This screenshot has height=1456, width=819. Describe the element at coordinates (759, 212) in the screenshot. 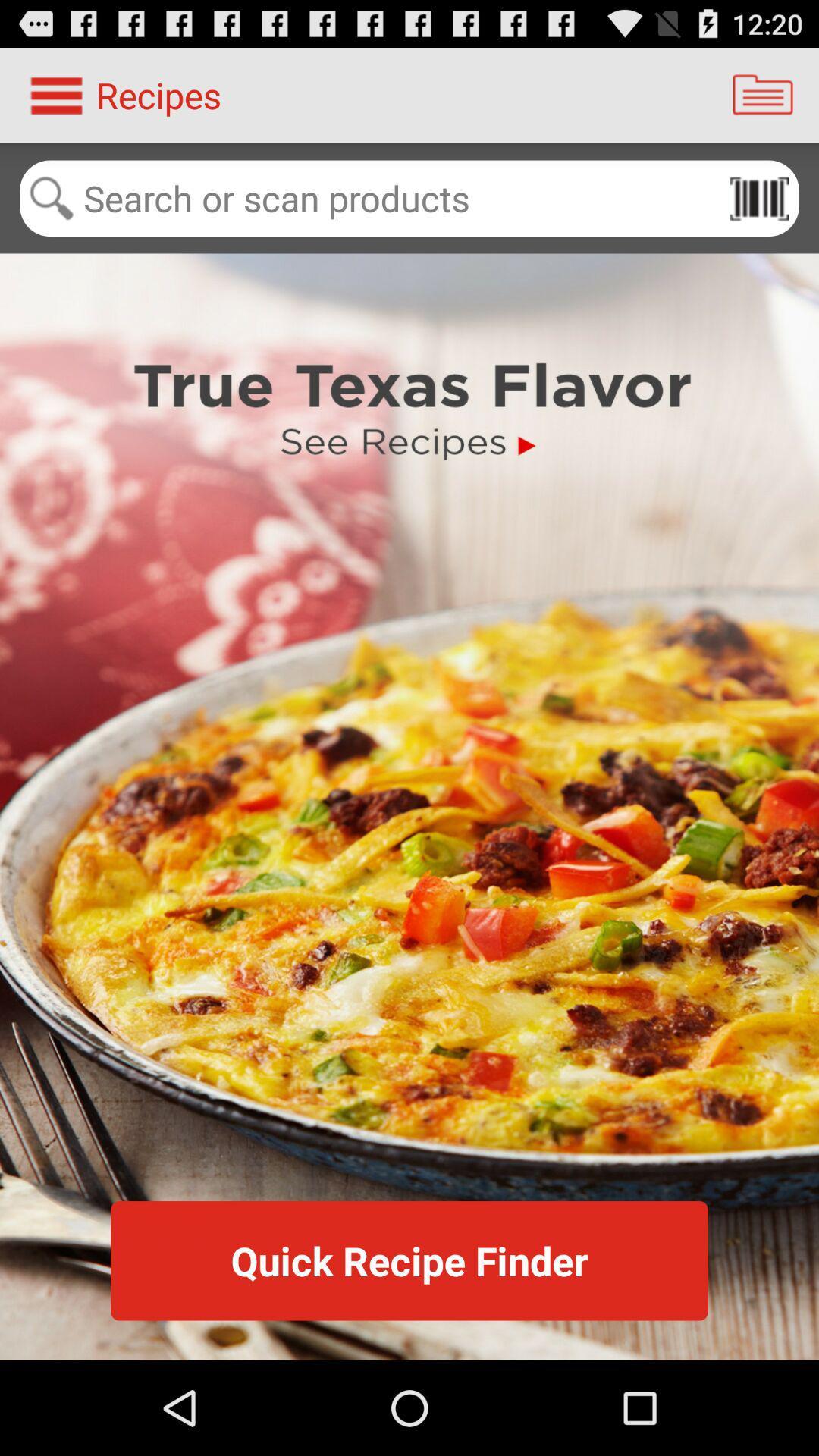

I see `the pause icon` at that location.